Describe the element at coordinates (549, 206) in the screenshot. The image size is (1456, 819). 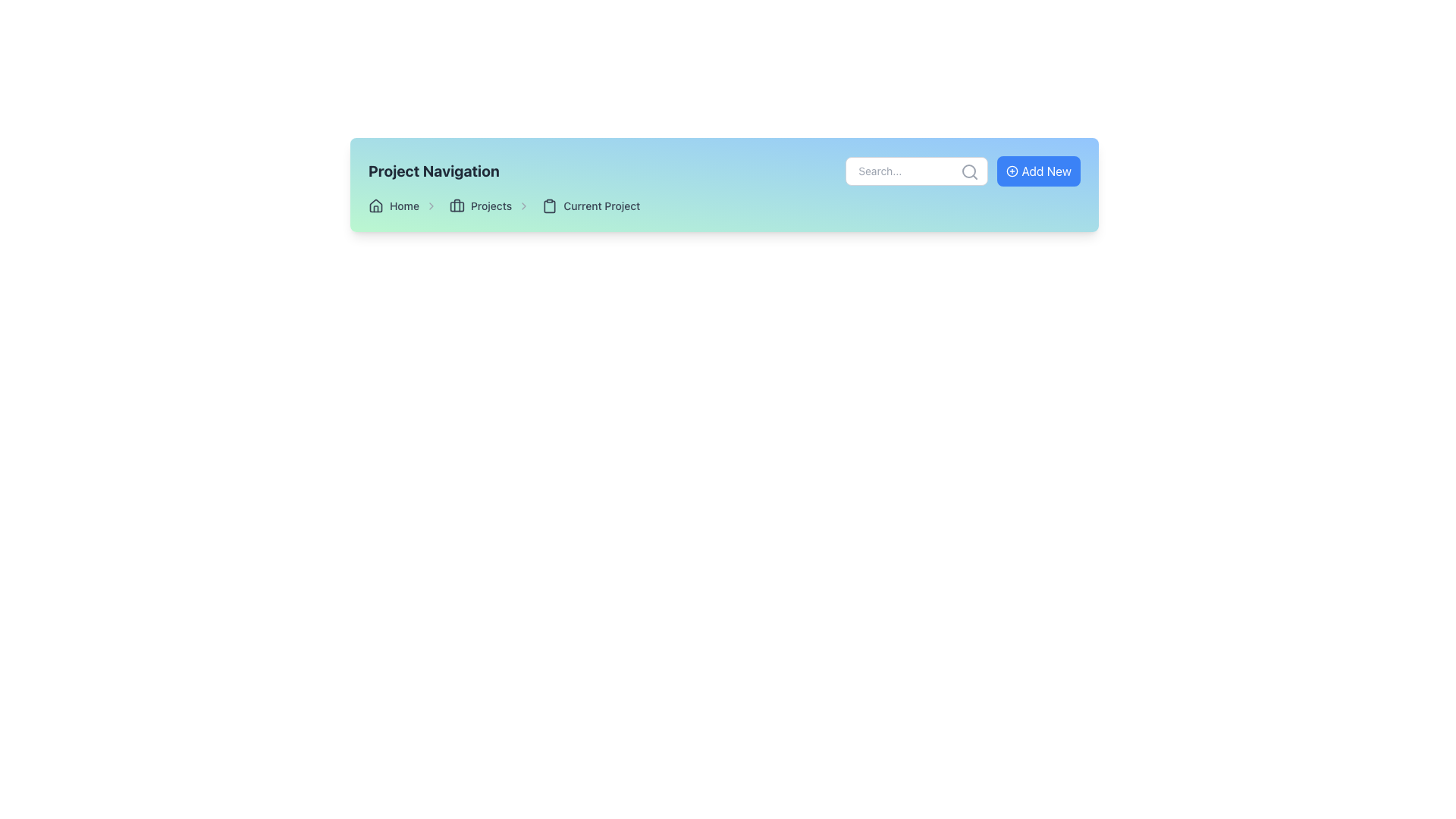
I see `the 'Current Project' icon in the navigation breadcrumb bar` at that location.